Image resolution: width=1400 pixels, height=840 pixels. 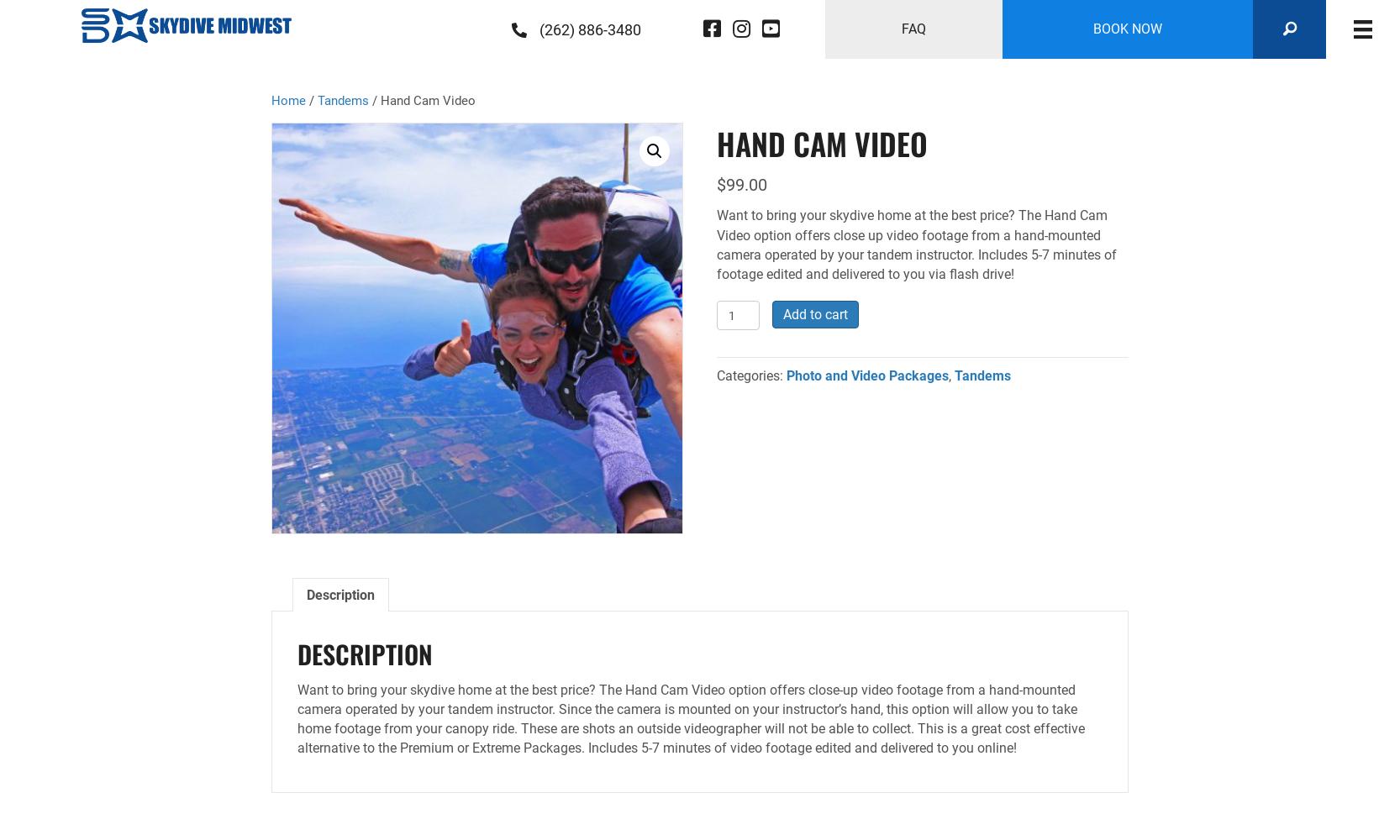 What do you see at coordinates (913, 29) in the screenshot?
I see `'FAQ'` at bounding box center [913, 29].